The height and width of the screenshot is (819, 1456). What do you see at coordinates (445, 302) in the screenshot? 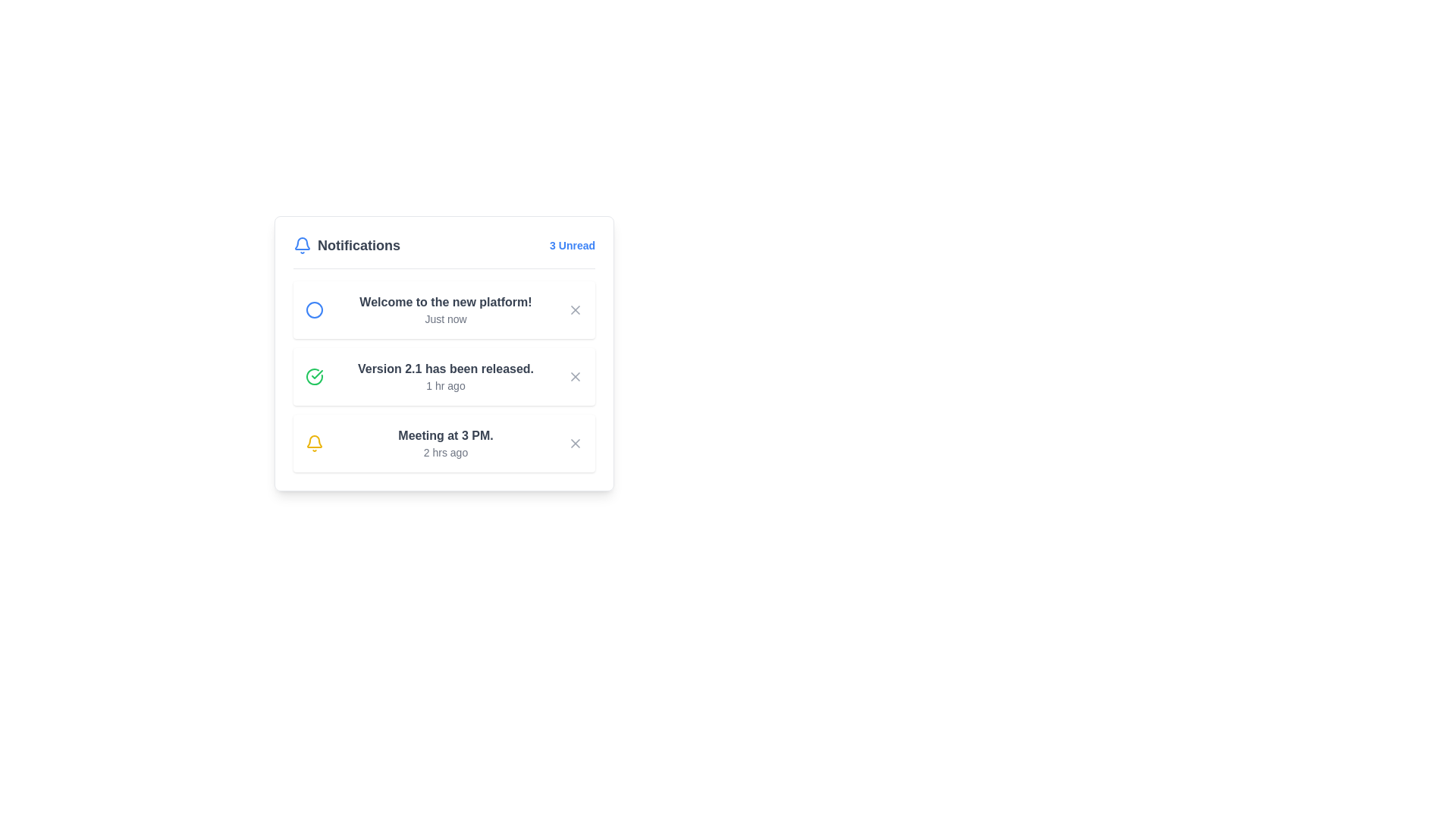
I see `the static text element that says 'Welcome to the new platform!' which is prominently displayed at the top of the notification card in the notifications panel` at bounding box center [445, 302].